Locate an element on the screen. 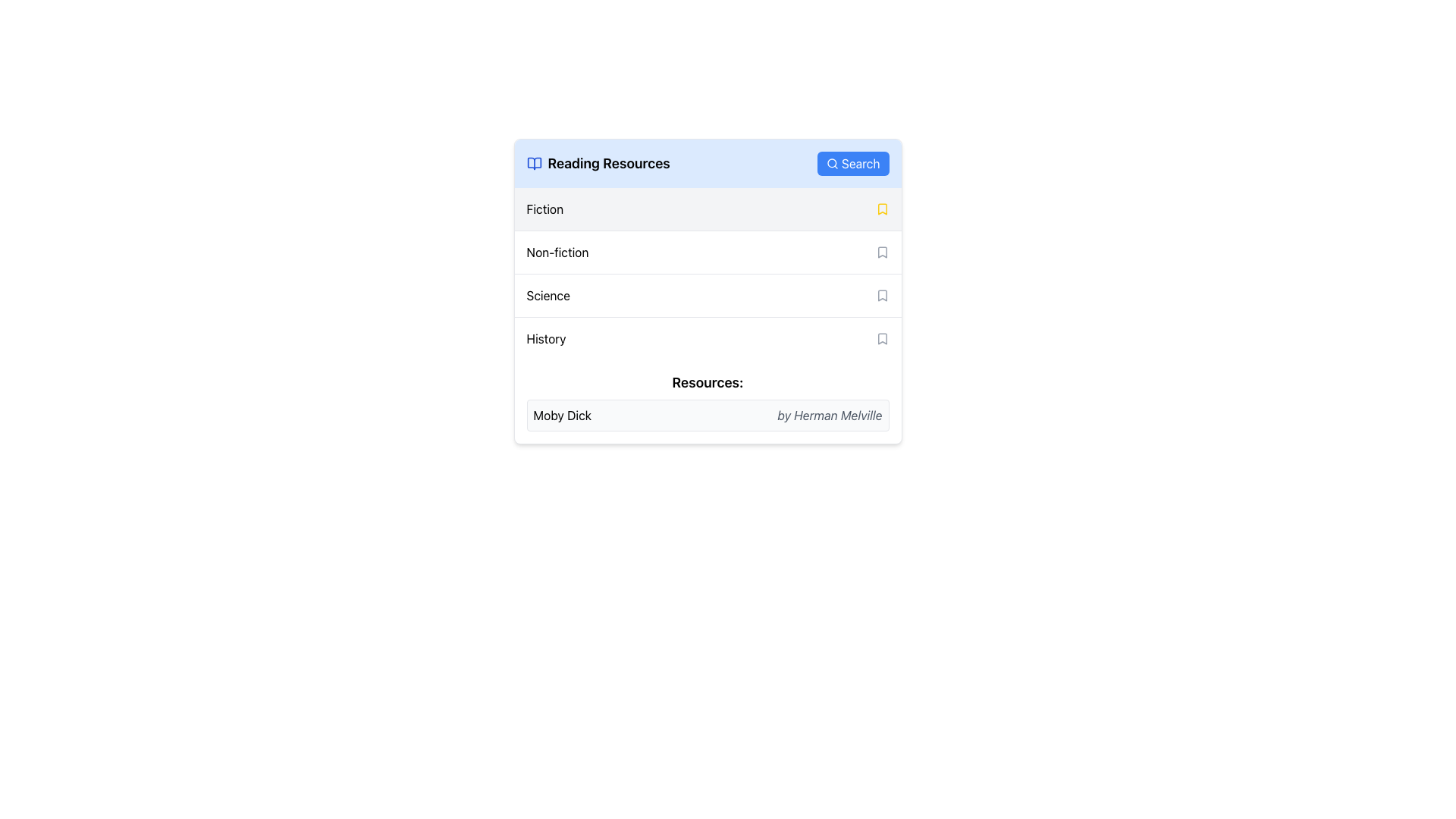  the 'Reading Resources' text label, which is styled with a large, bold font and located in the upper-left portion of a blue header section, adjacent to an open book icon and left of a blue 'Search' button is located at coordinates (598, 164).